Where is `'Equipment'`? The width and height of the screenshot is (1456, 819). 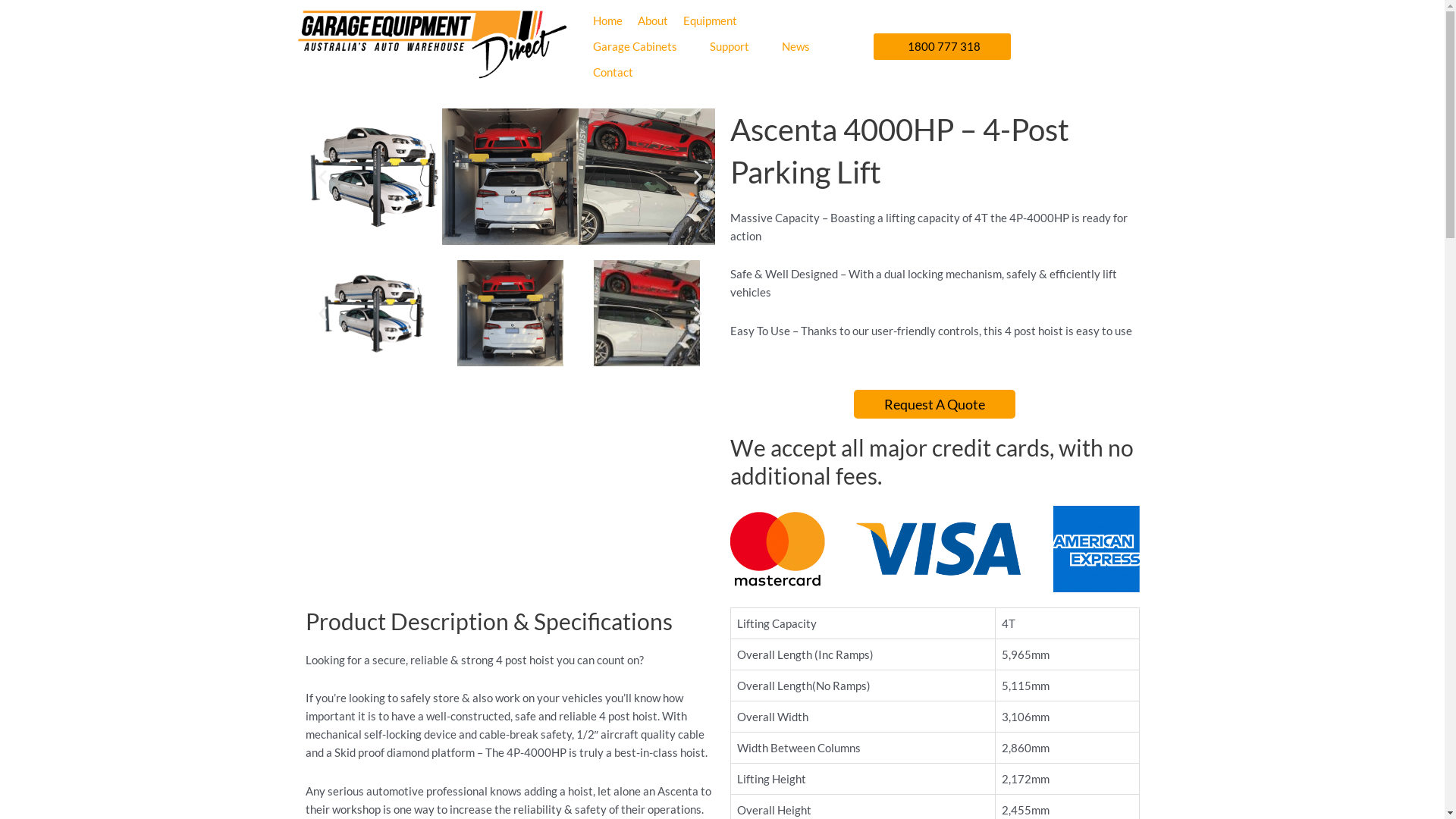
'Equipment' is located at coordinates (682, 20).